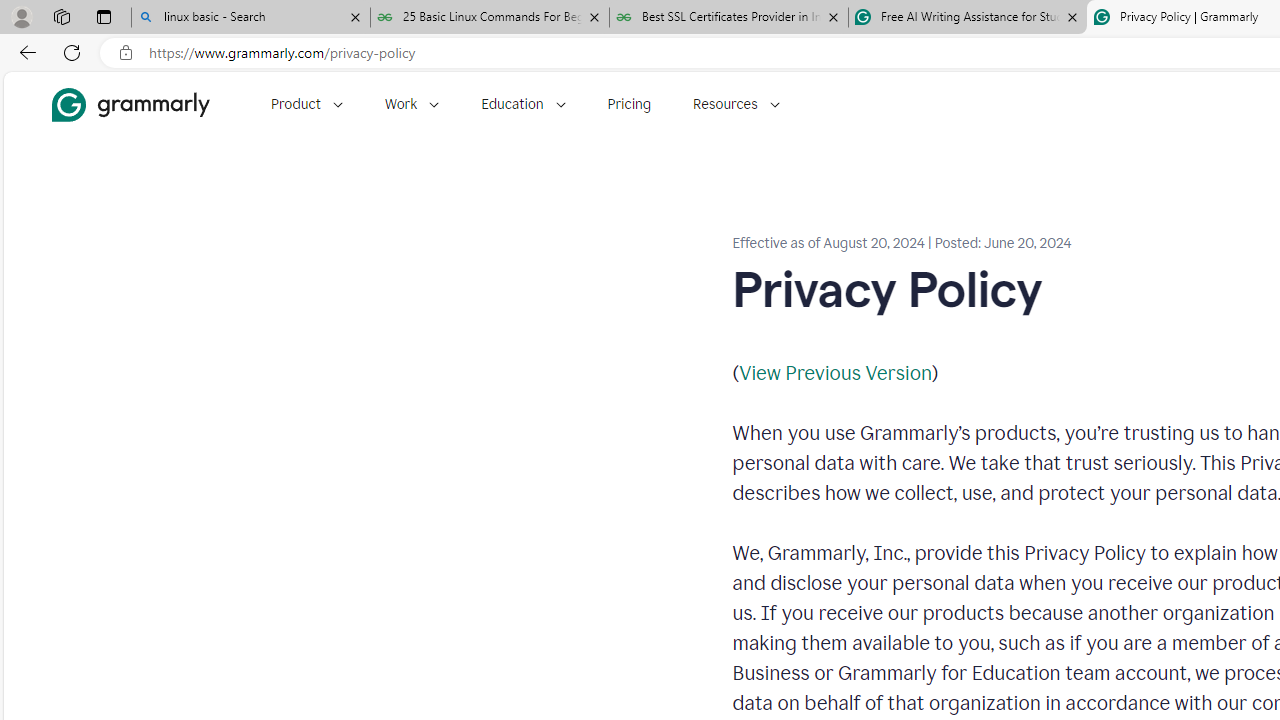 The width and height of the screenshot is (1280, 720). What do you see at coordinates (523, 104) in the screenshot?
I see `'Education'` at bounding box center [523, 104].